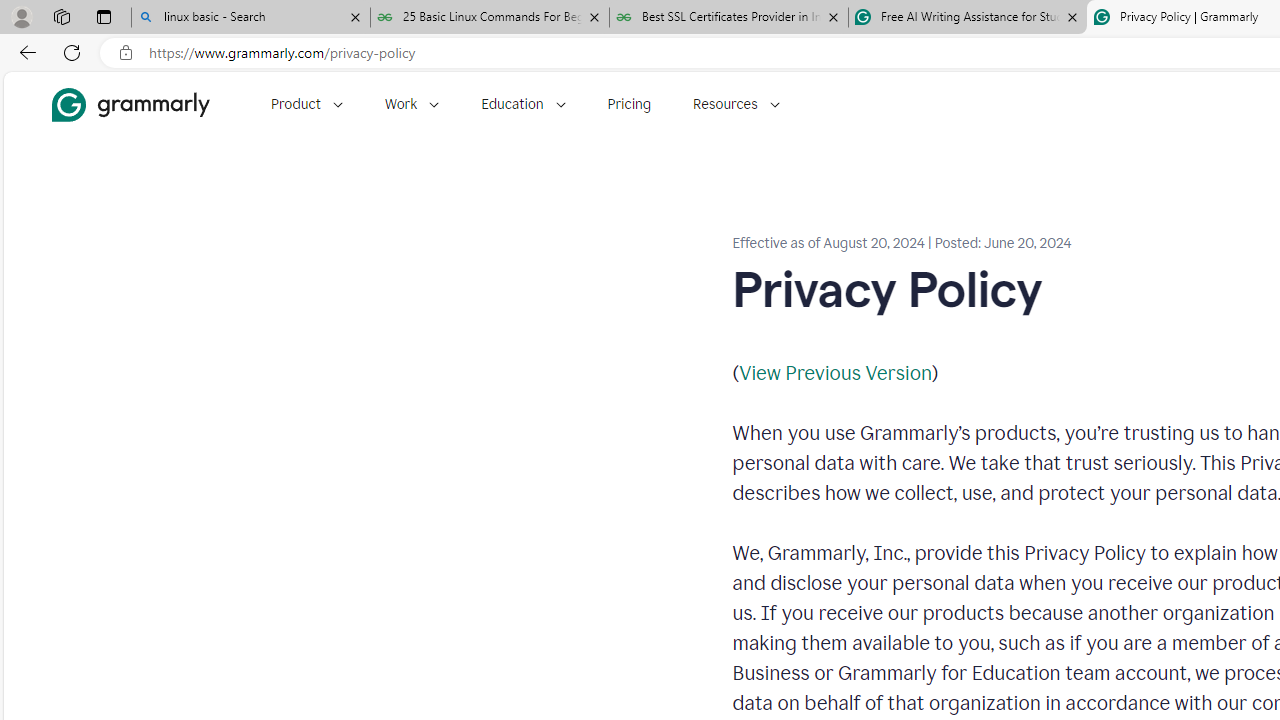 The width and height of the screenshot is (1280, 720). What do you see at coordinates (523, 104) in the screenshot?
I see `'Education'` at bounding box center [523, 104].